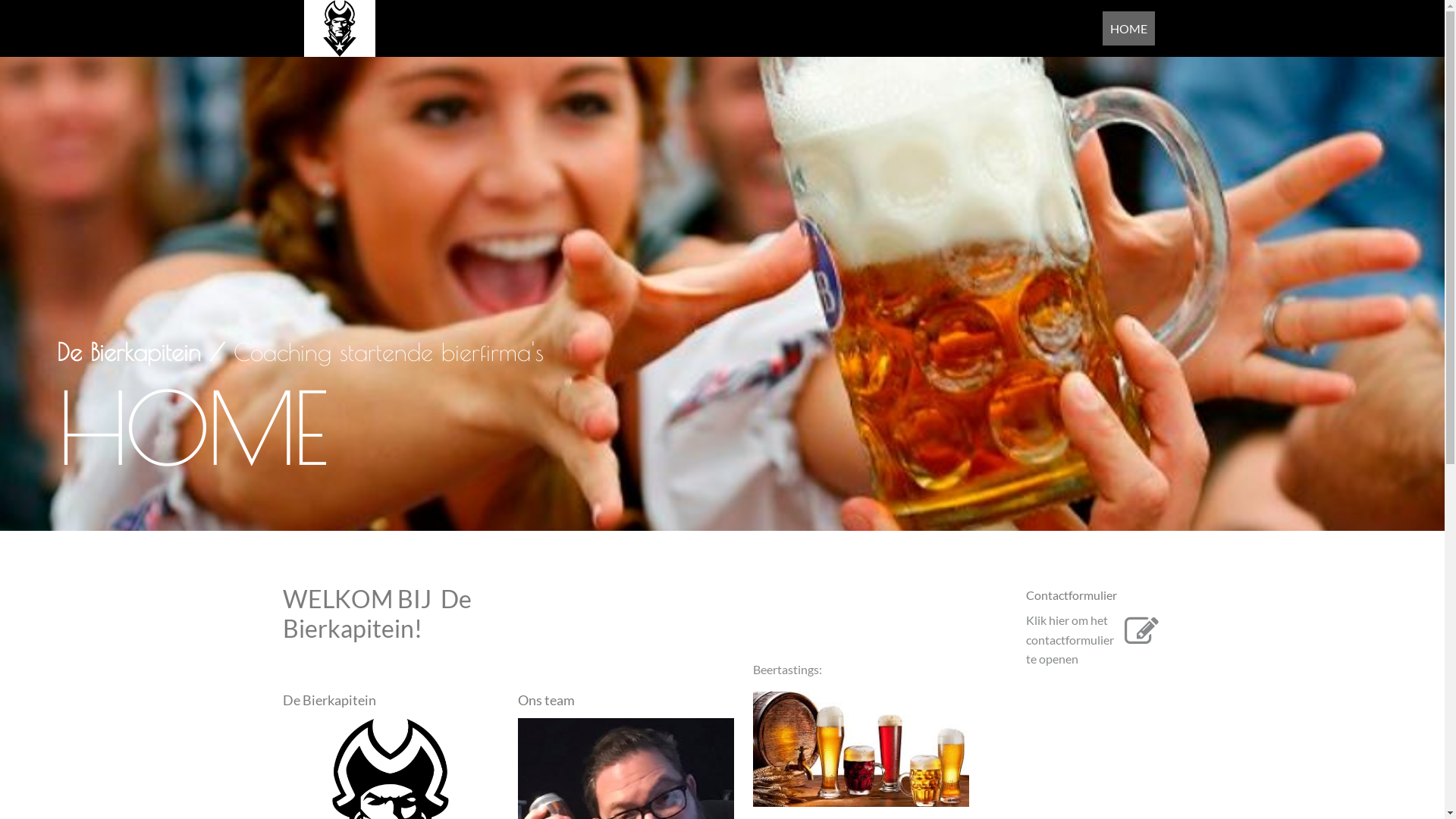 Image resolution: width=1456 pixels, height=819 pixels. What do you see at coordinates (1128, 28) in the screenshot?
I see `'HOME'` at bounding box center [1128, 28].